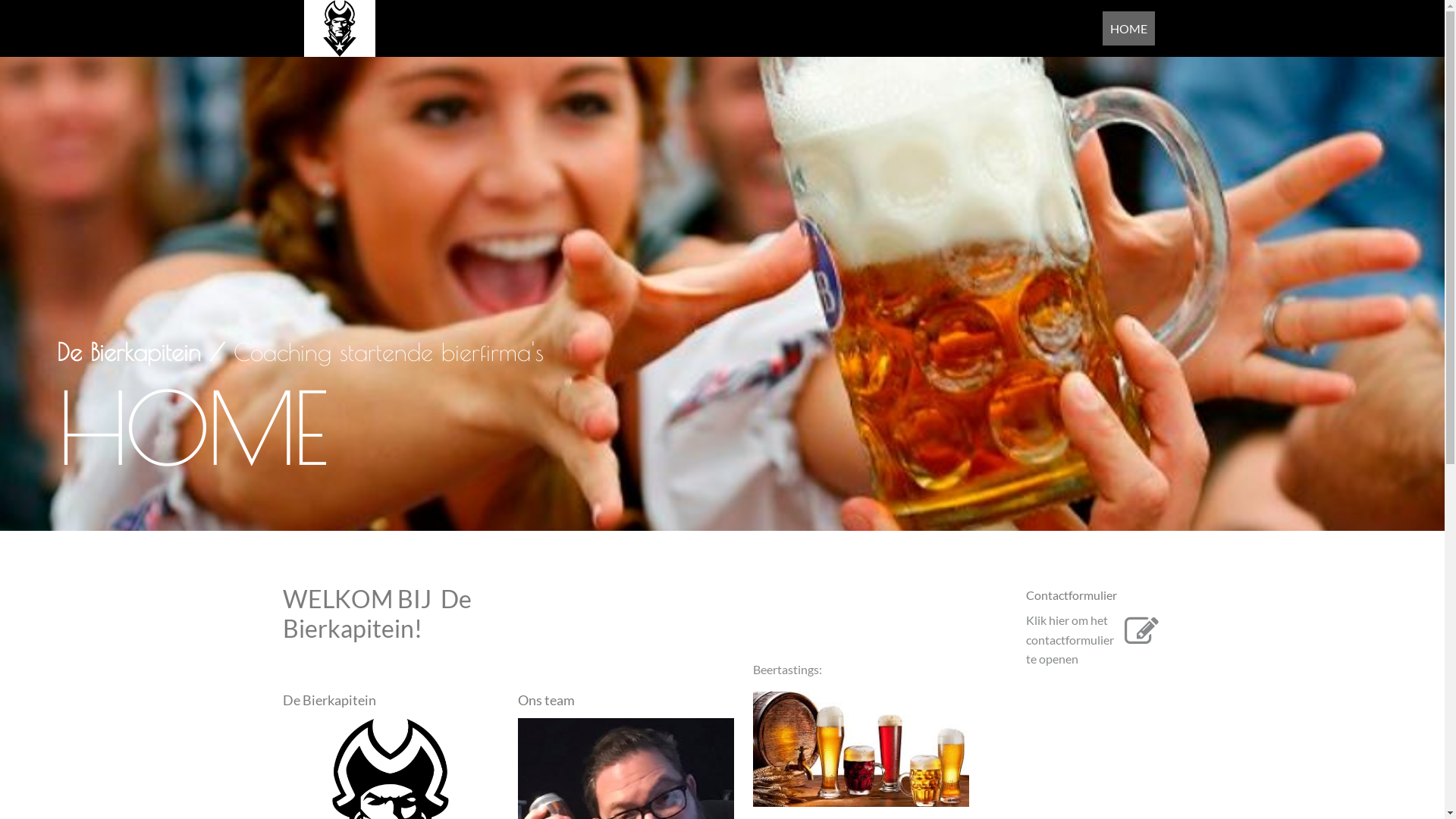 Image resolution: width=1456 pixels, height=819 pixels. What do you see at coordinates (1128, 28) in the screenshot?
I see `'HOME'` at bounding box center [1128, 28].